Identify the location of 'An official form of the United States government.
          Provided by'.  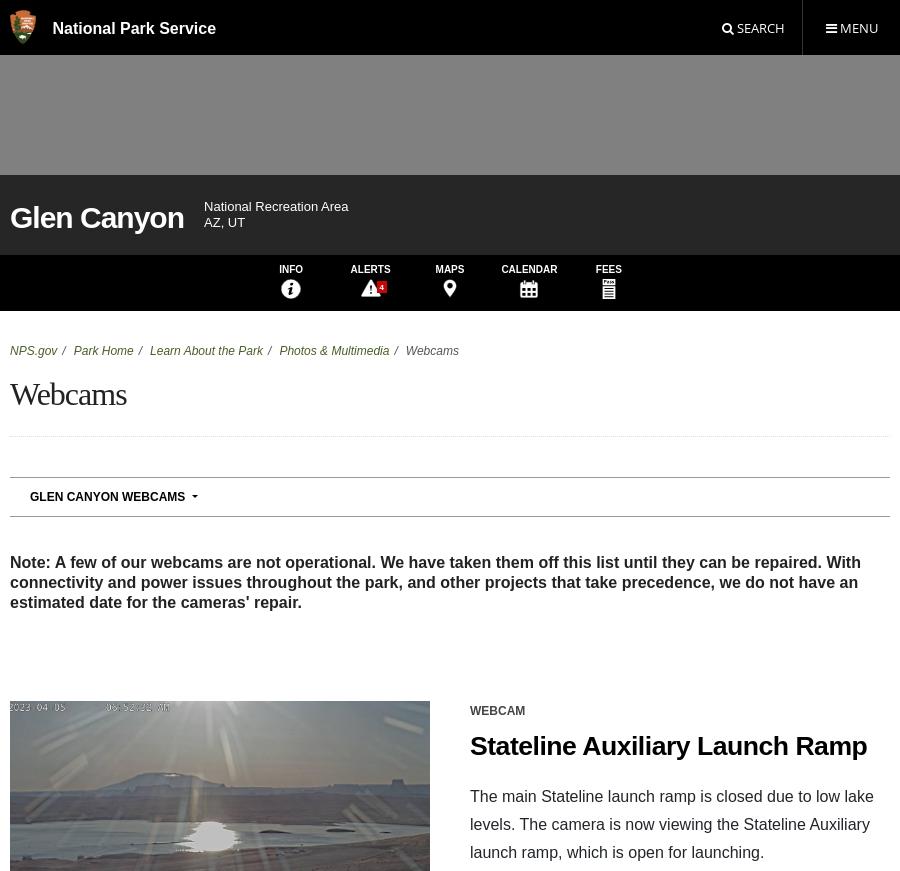
(385, 625).